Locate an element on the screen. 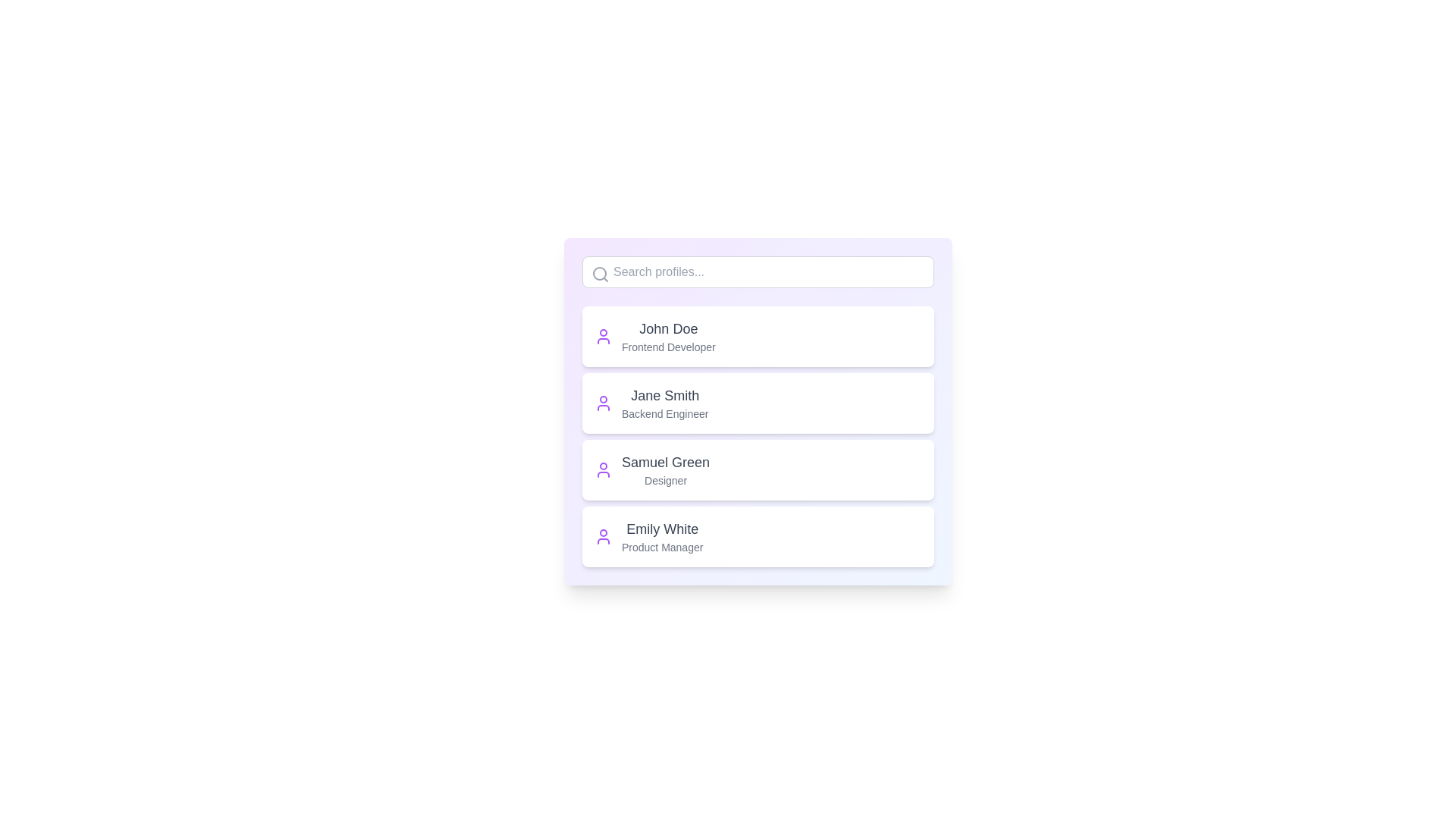  the circular magnifying glass icon by typing in the associated search input field labeled 'Search profiles...' is located at coordinates (600, 275).